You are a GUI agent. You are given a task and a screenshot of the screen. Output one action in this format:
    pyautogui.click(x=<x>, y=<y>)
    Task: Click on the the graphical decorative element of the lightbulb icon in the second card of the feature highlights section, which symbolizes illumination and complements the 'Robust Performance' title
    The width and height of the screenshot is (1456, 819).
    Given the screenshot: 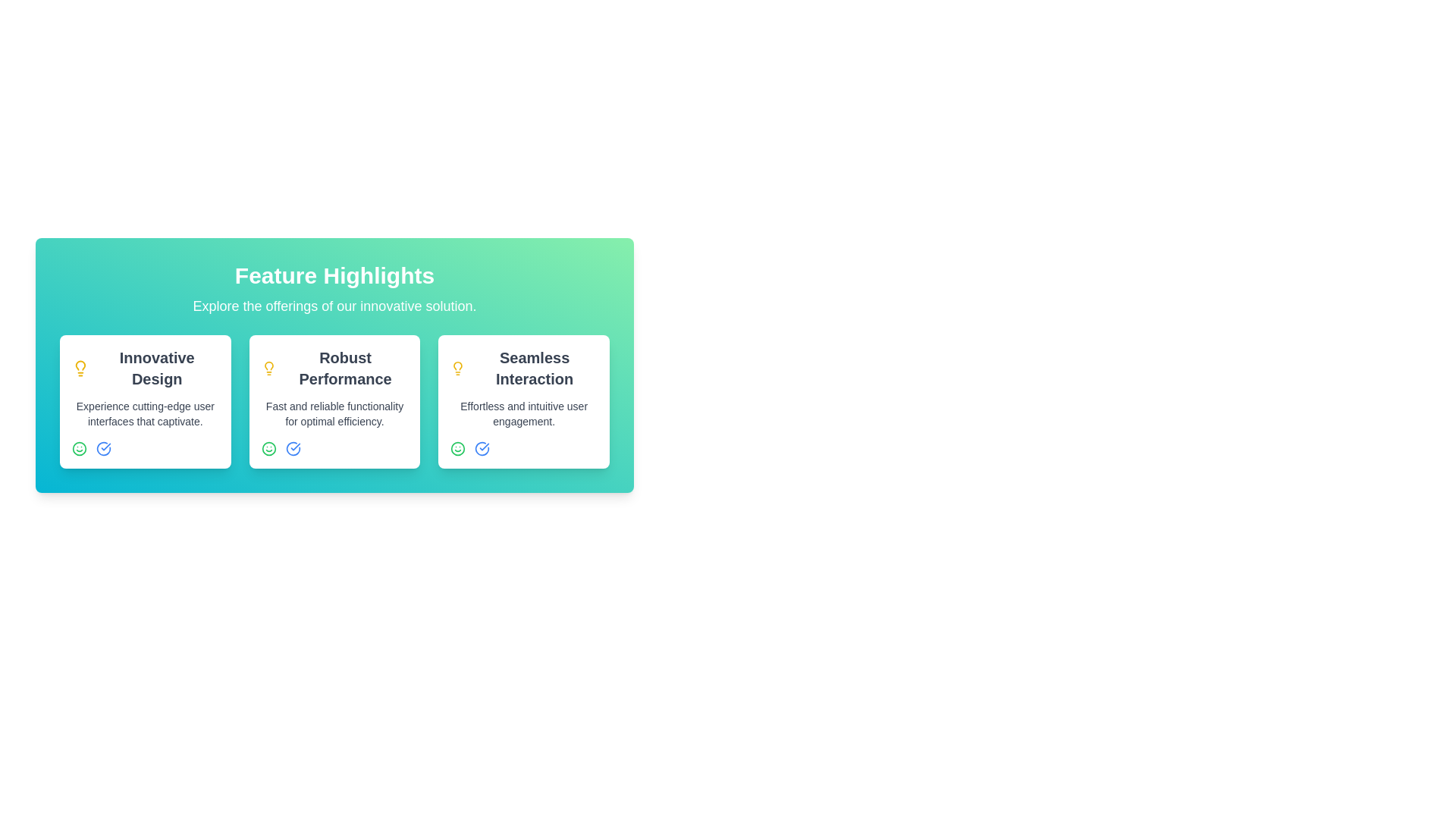 What is the action you would take?
    pyautogui.click(x=268, y=366)
    